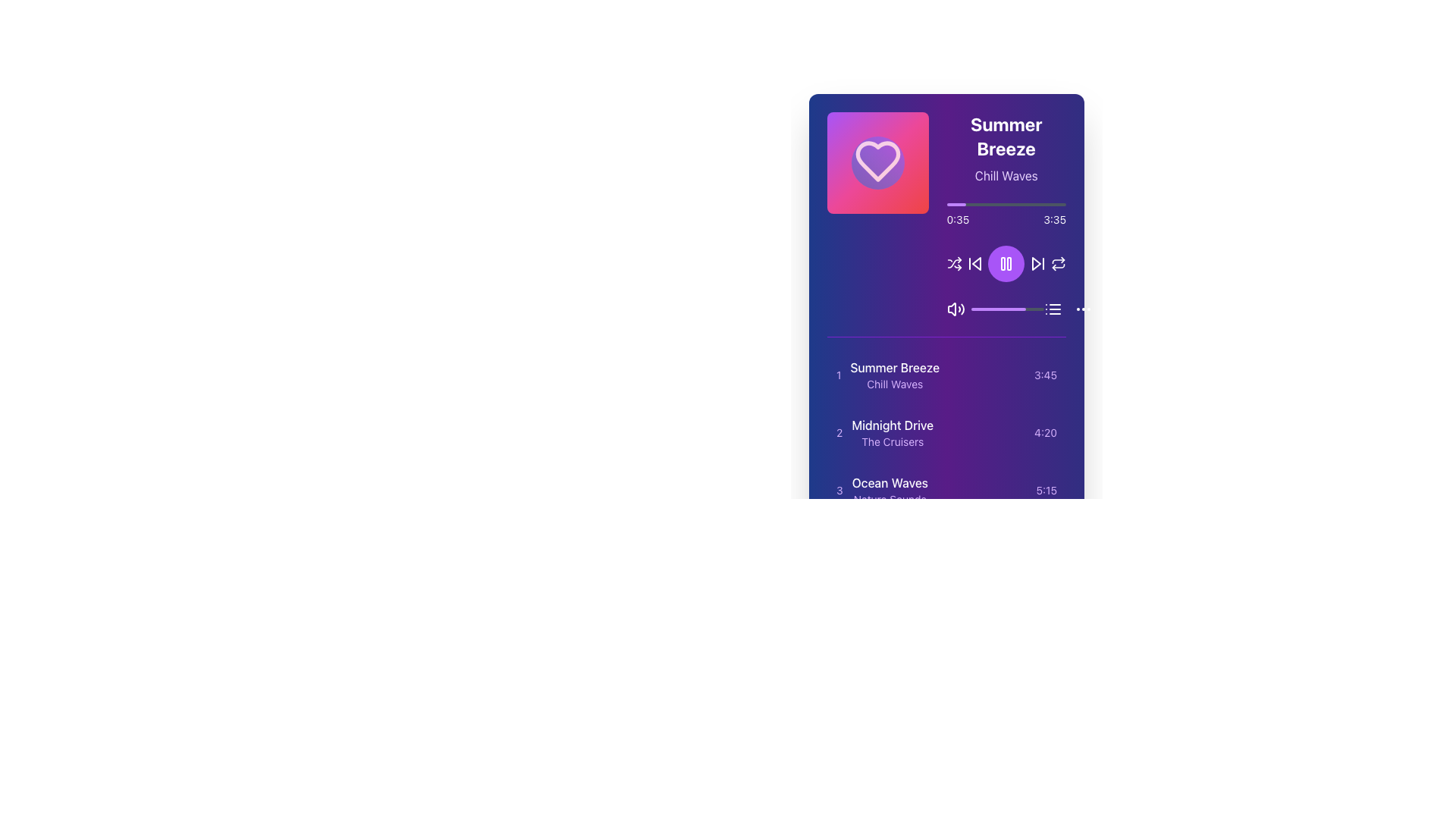 The height and width of the screenshot is (819, 1456). Describe the element at coordinates (877, 161) in the screenshot. I see `the heart-shaped graphic icon with a bold purple color scheme` at that location.